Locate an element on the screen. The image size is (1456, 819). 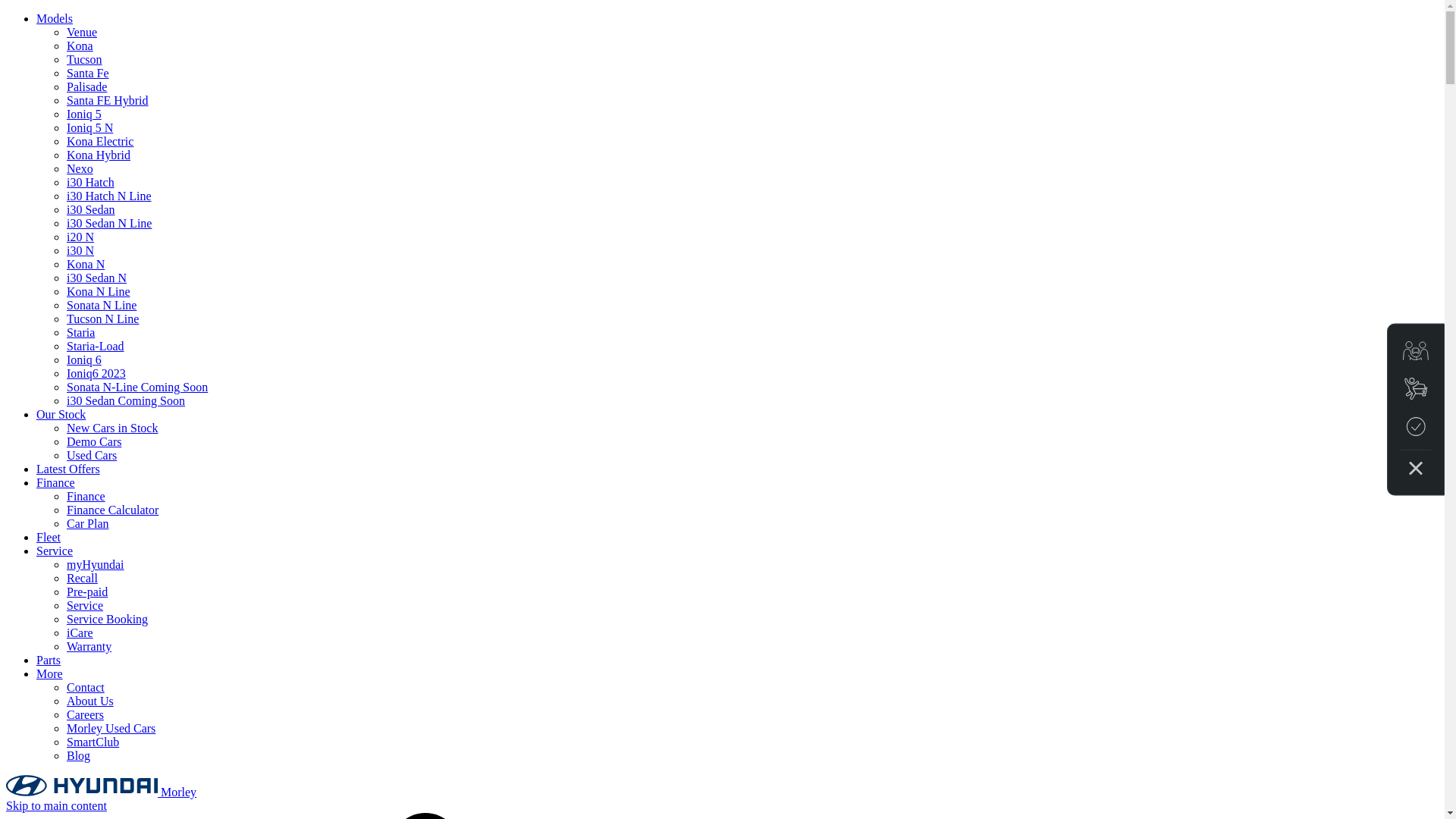
'Demo Cars' is located at coordinates (65, 441).